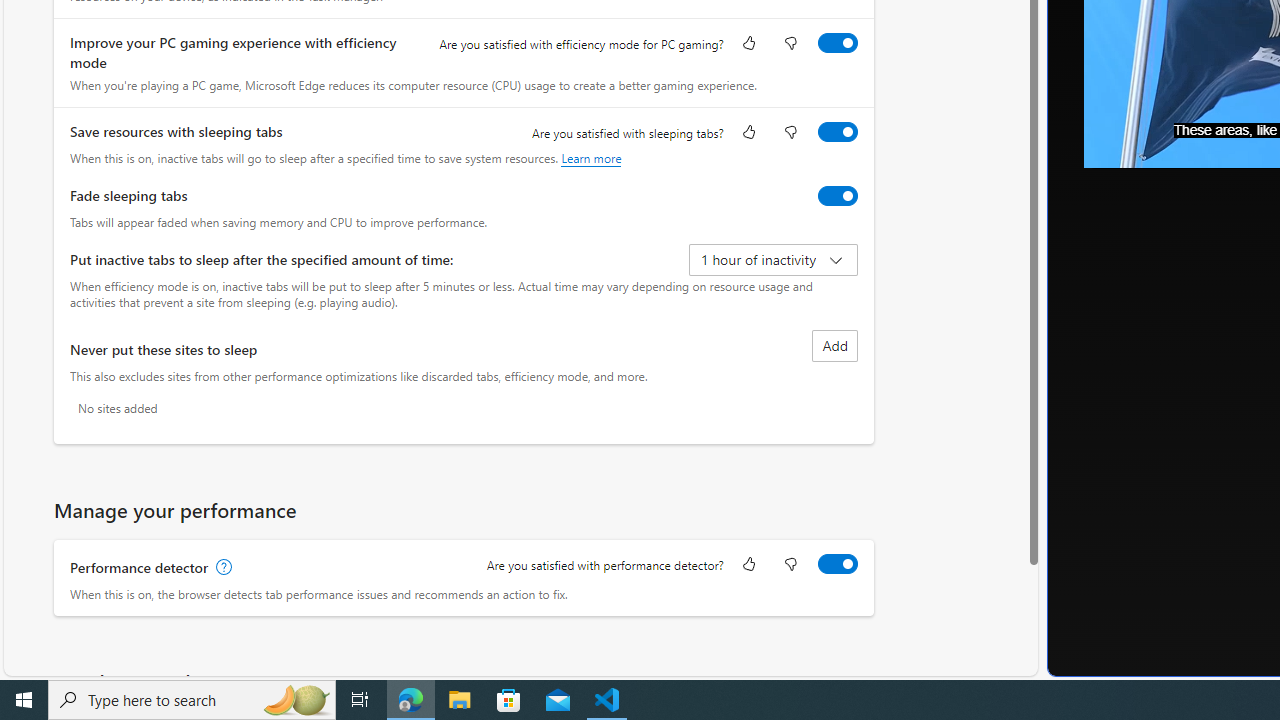  I want to click on 'Like', so click(747, 565).